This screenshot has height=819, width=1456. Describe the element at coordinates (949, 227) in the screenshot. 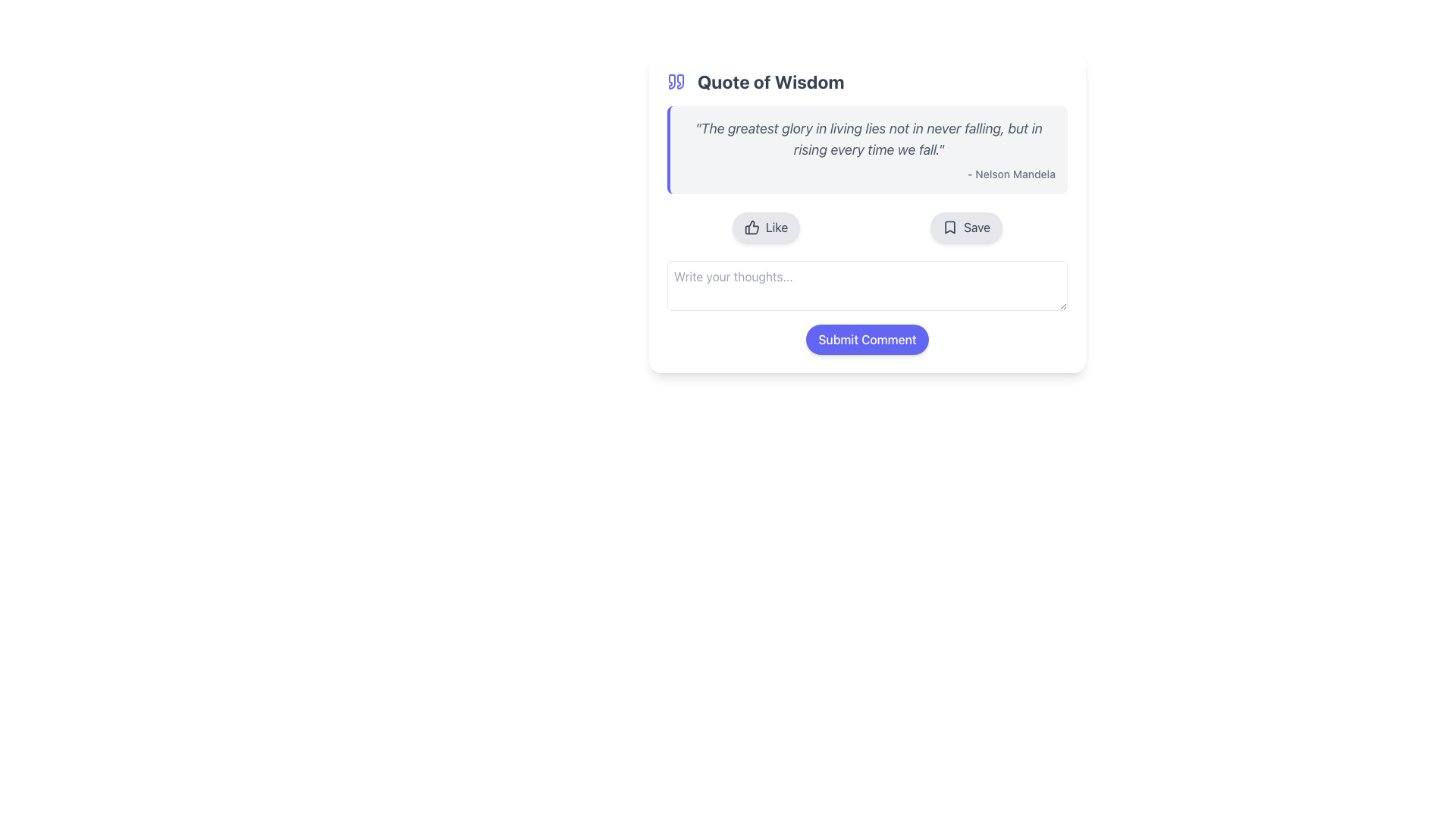

I see `the SVG Bookmark icon located in the top-right section of the user interface card` at that location.